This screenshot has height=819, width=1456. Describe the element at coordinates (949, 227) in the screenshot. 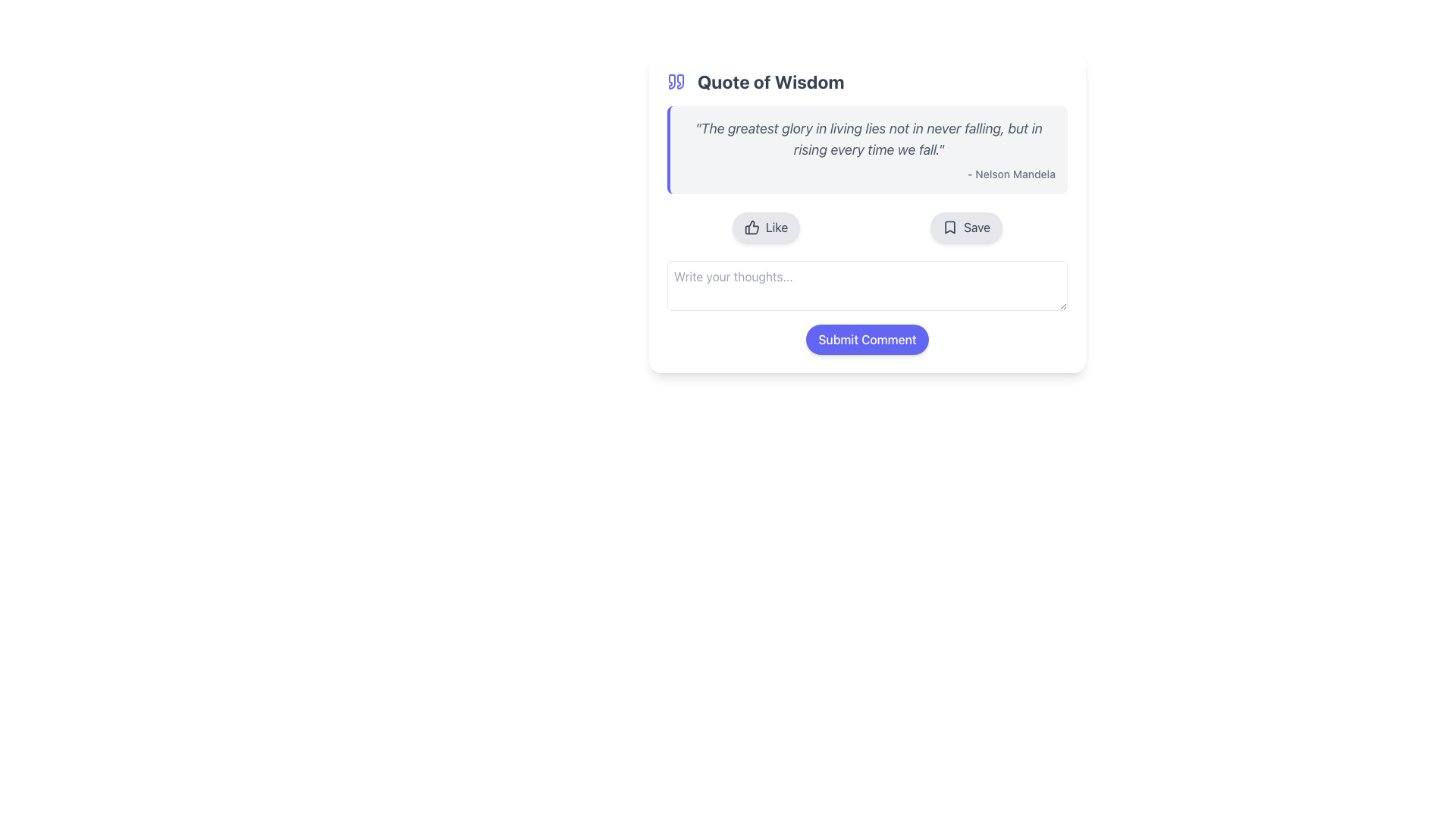

I see `the SVG Bookmark icon located in the top-right section of the user interface card` at that location.